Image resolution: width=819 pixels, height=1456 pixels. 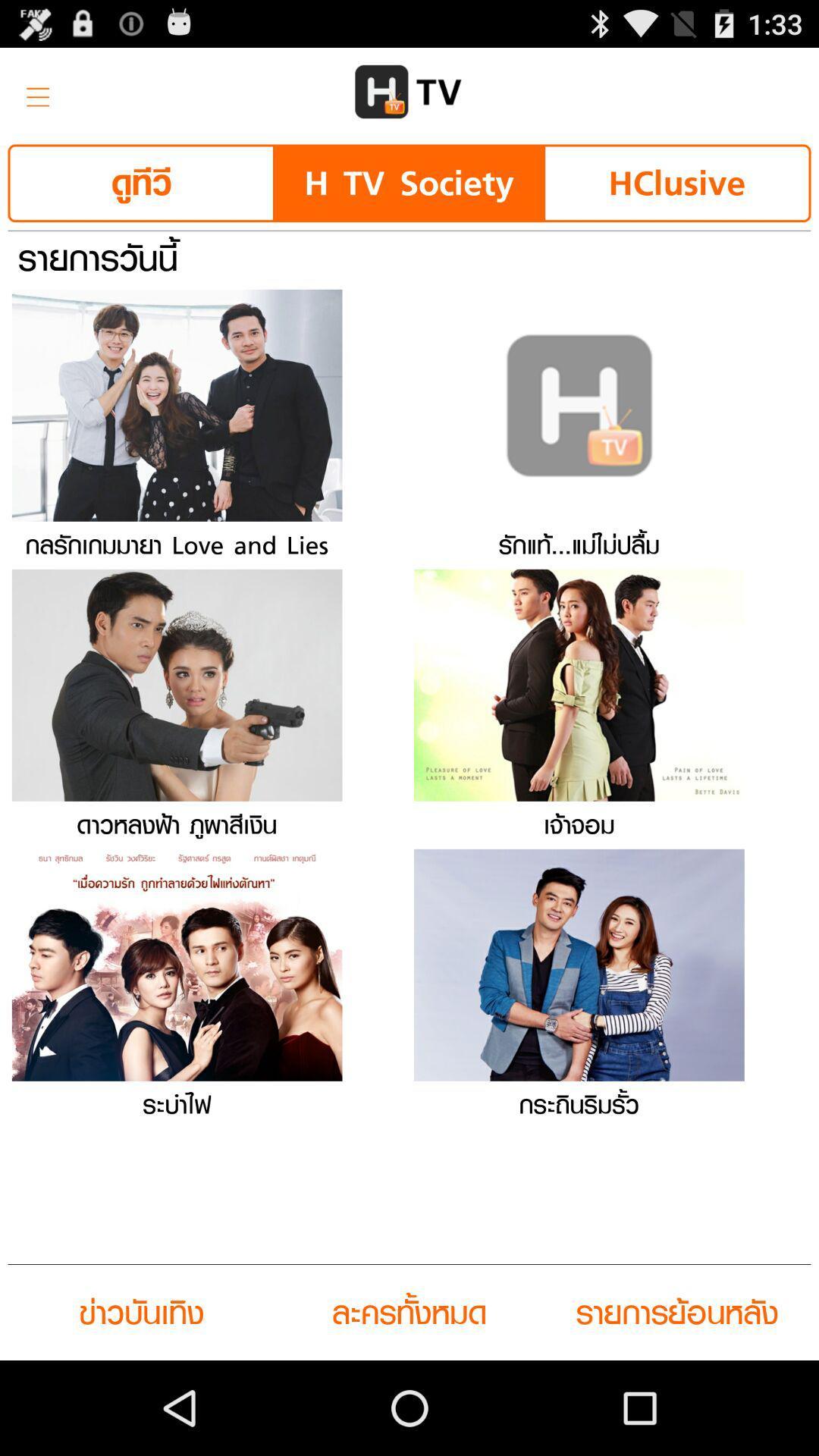 I want to click on icon next to the h tv society button, so click(x=676, y=182).